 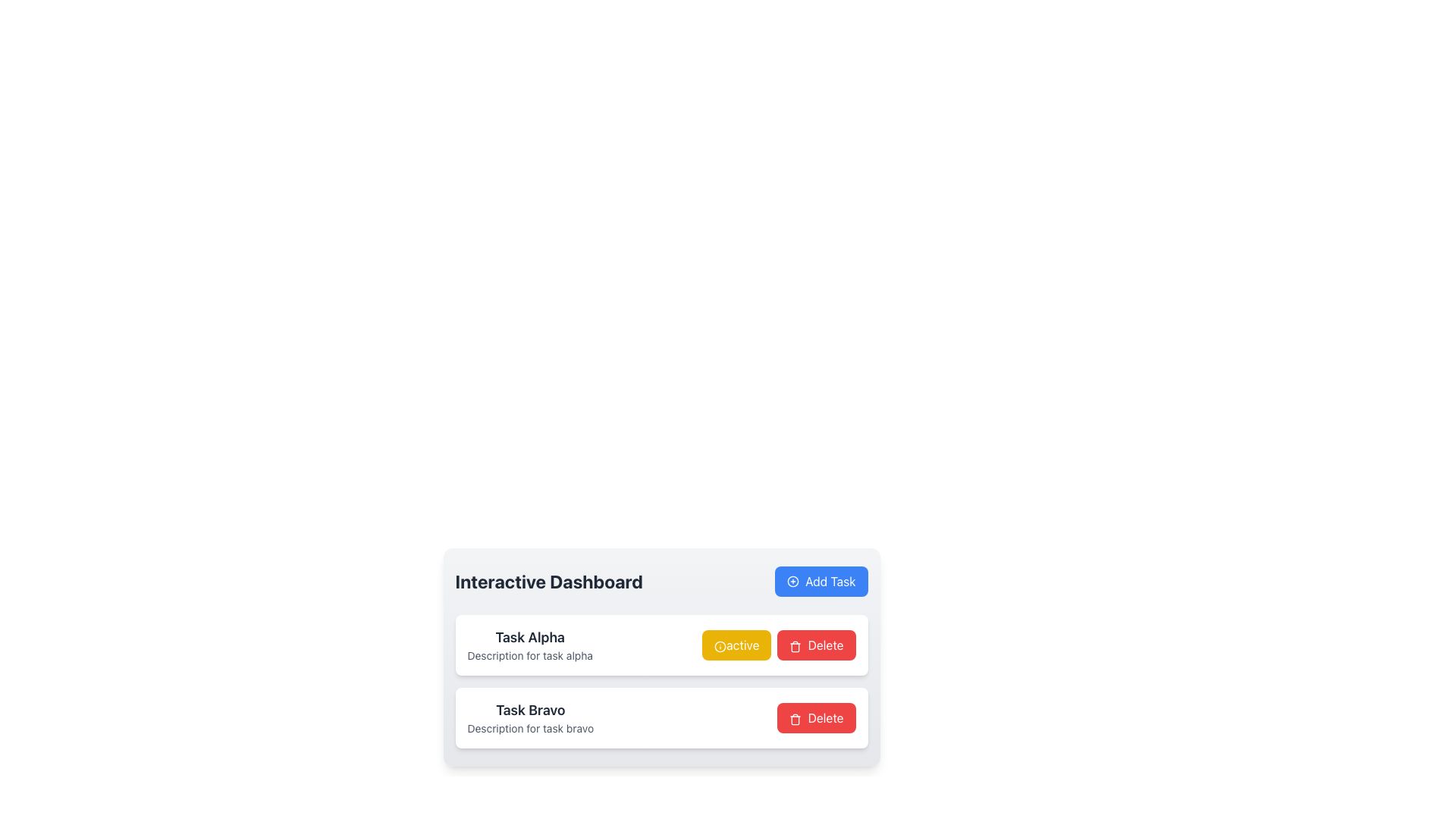 I want to click on the circular information icon with a yellow background, located to the left of the text 'active' in the yellow button area of the 'Task Alpha' entry, so click(x=720, y=646).